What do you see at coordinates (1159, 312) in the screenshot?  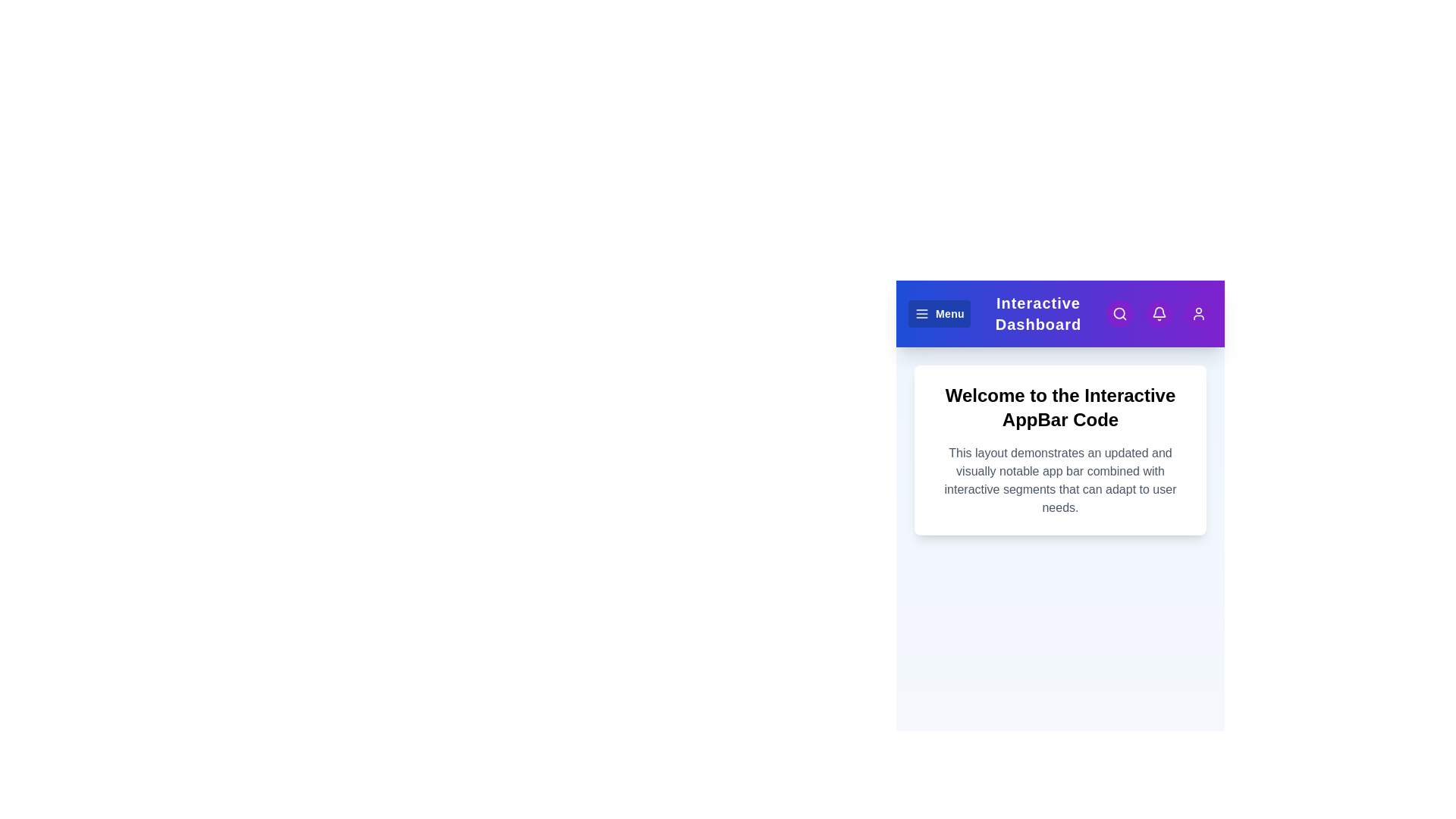 I see `the 'Bell' icon to view notifications` at bounding box center [1159, 312].